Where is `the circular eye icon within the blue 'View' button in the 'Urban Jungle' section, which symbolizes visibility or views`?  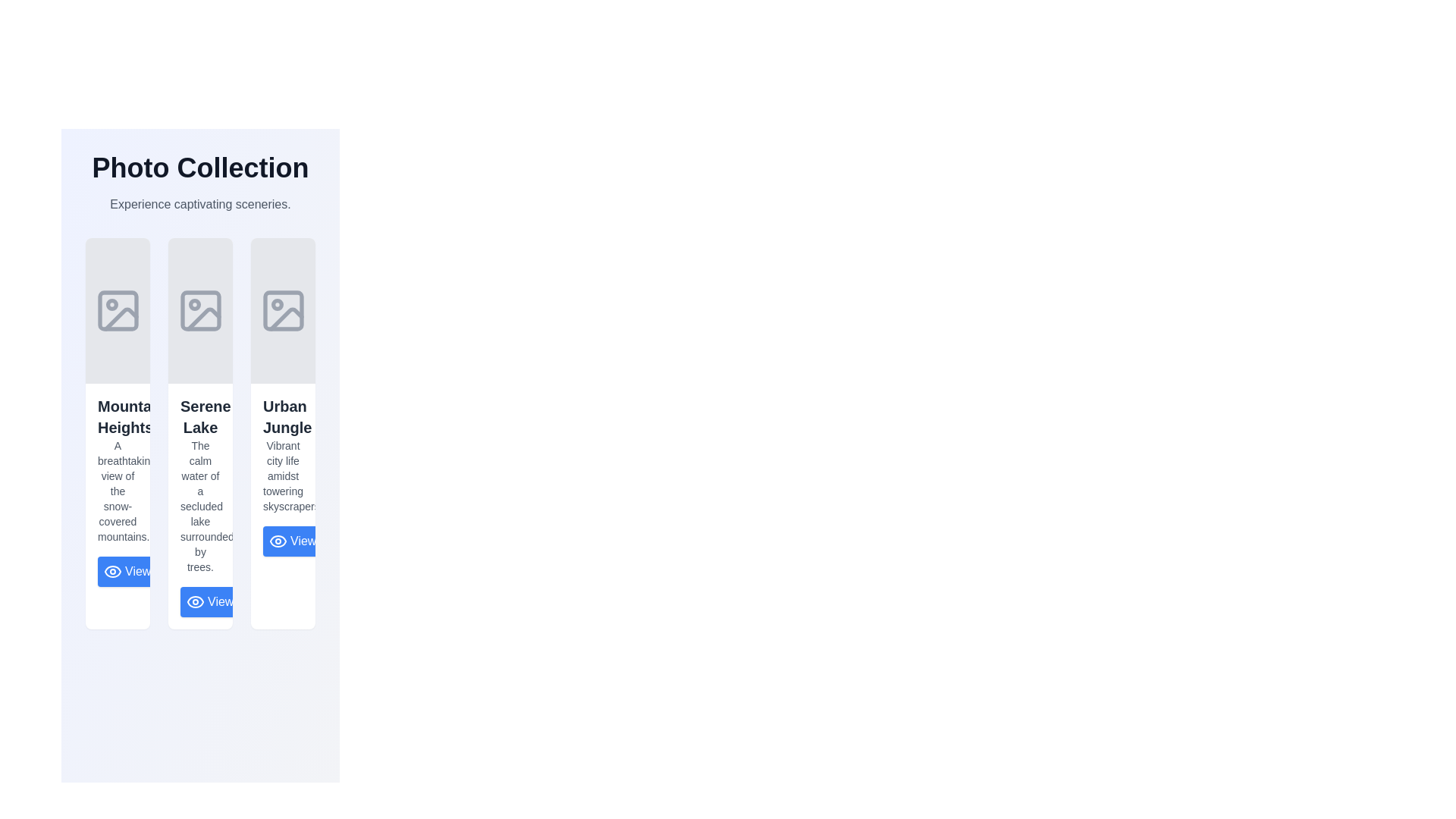 the circular eye icon within the blue 'View' button in the 'Urban Jungle' section, which symbolizes visibility or views is located at coordinates (278, 540).